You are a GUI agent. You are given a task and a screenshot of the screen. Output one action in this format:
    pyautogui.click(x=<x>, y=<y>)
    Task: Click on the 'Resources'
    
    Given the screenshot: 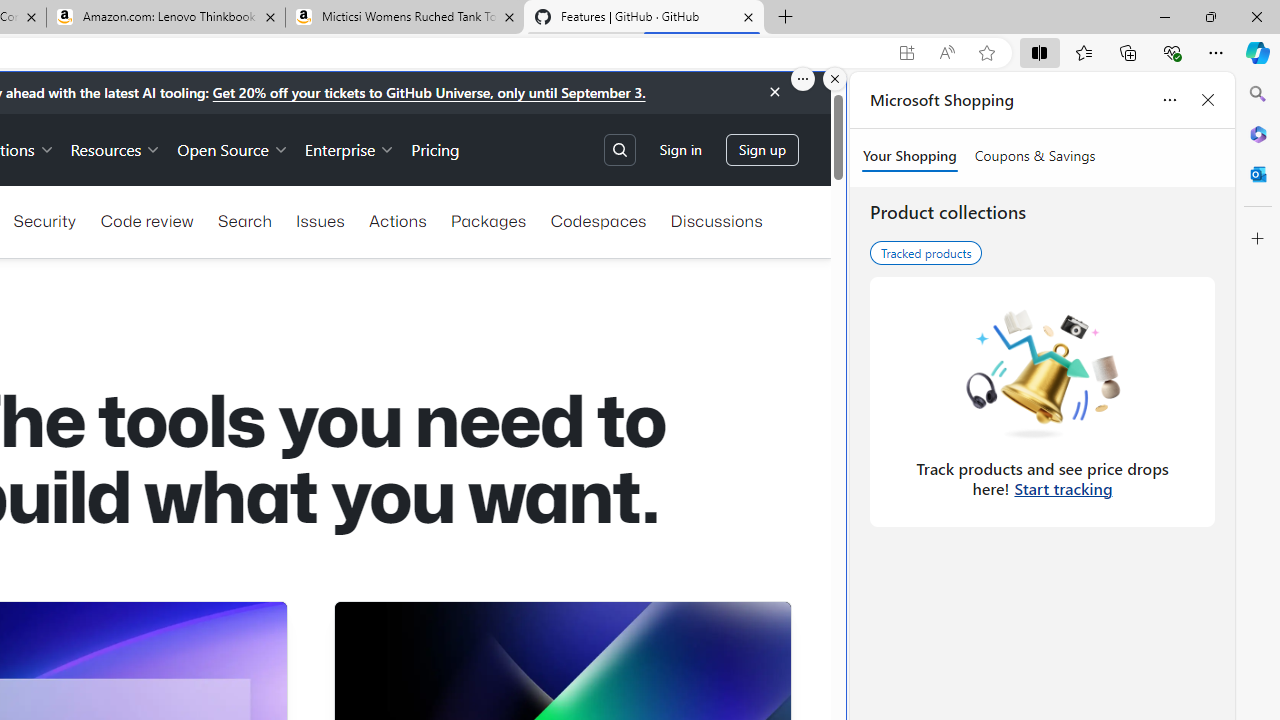 What is the action you would take?
    pyautogui.click(x=114, y=148)
    